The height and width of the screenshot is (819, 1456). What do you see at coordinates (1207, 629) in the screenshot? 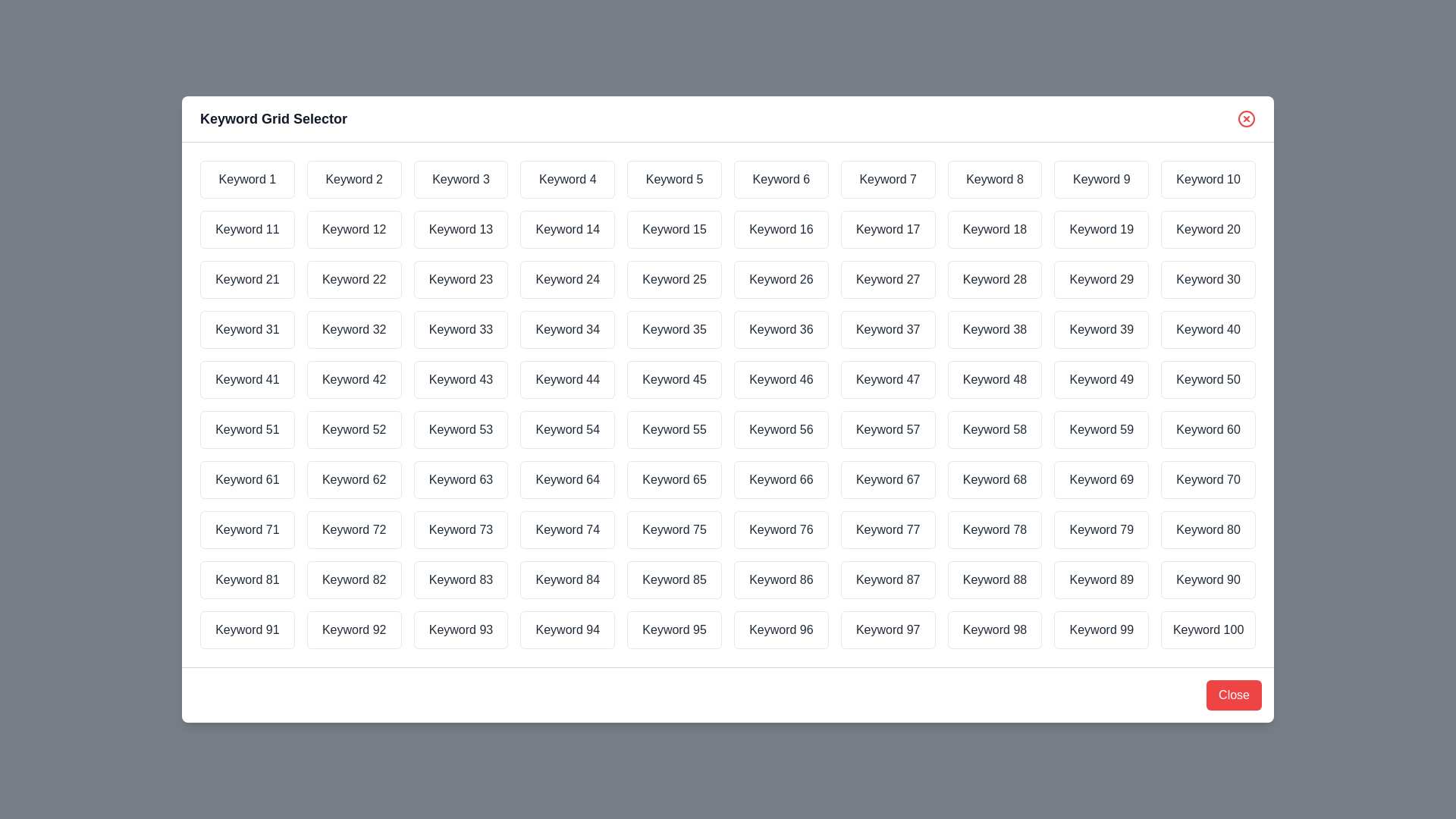
I see `the keyword Keyword 100 by clicking on it` at bounding box center [1207, 629].